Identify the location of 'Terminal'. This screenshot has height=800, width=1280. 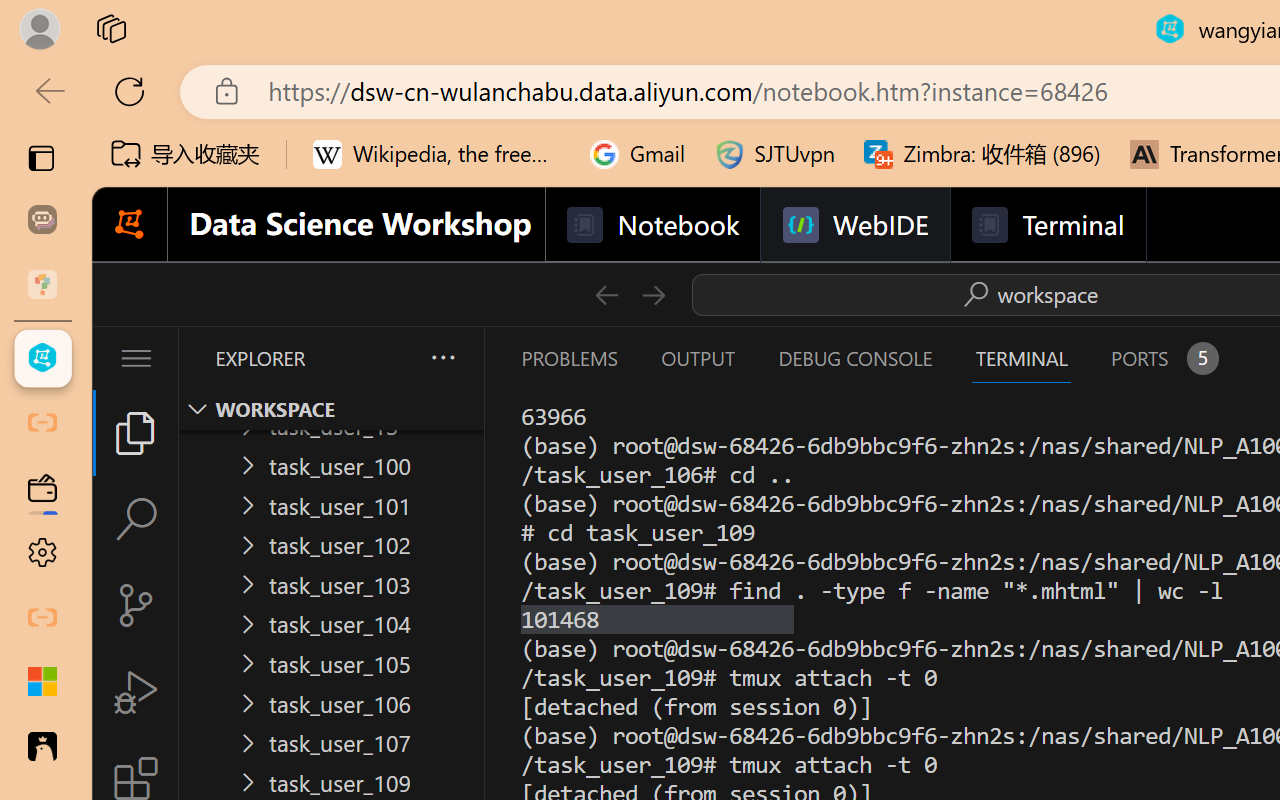
(1046, 225).